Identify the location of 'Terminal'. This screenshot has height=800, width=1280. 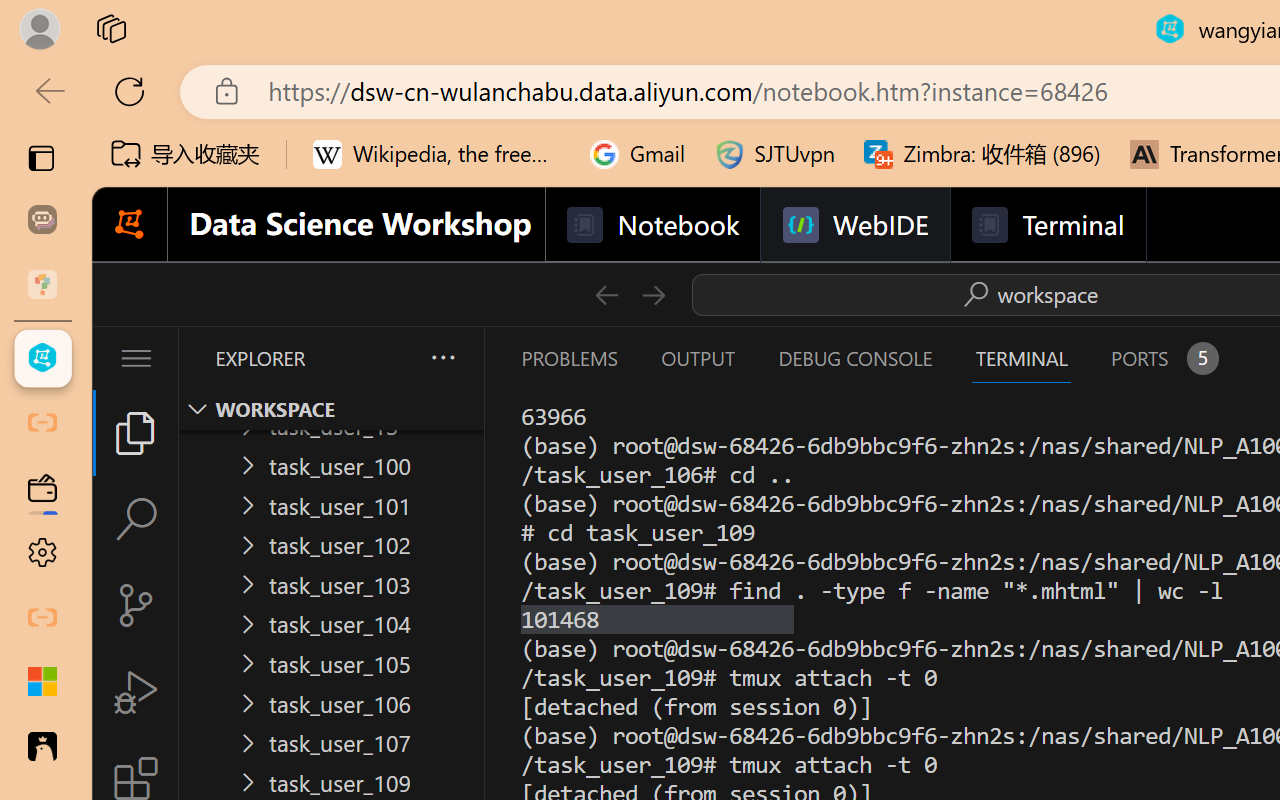
(1046, 225).